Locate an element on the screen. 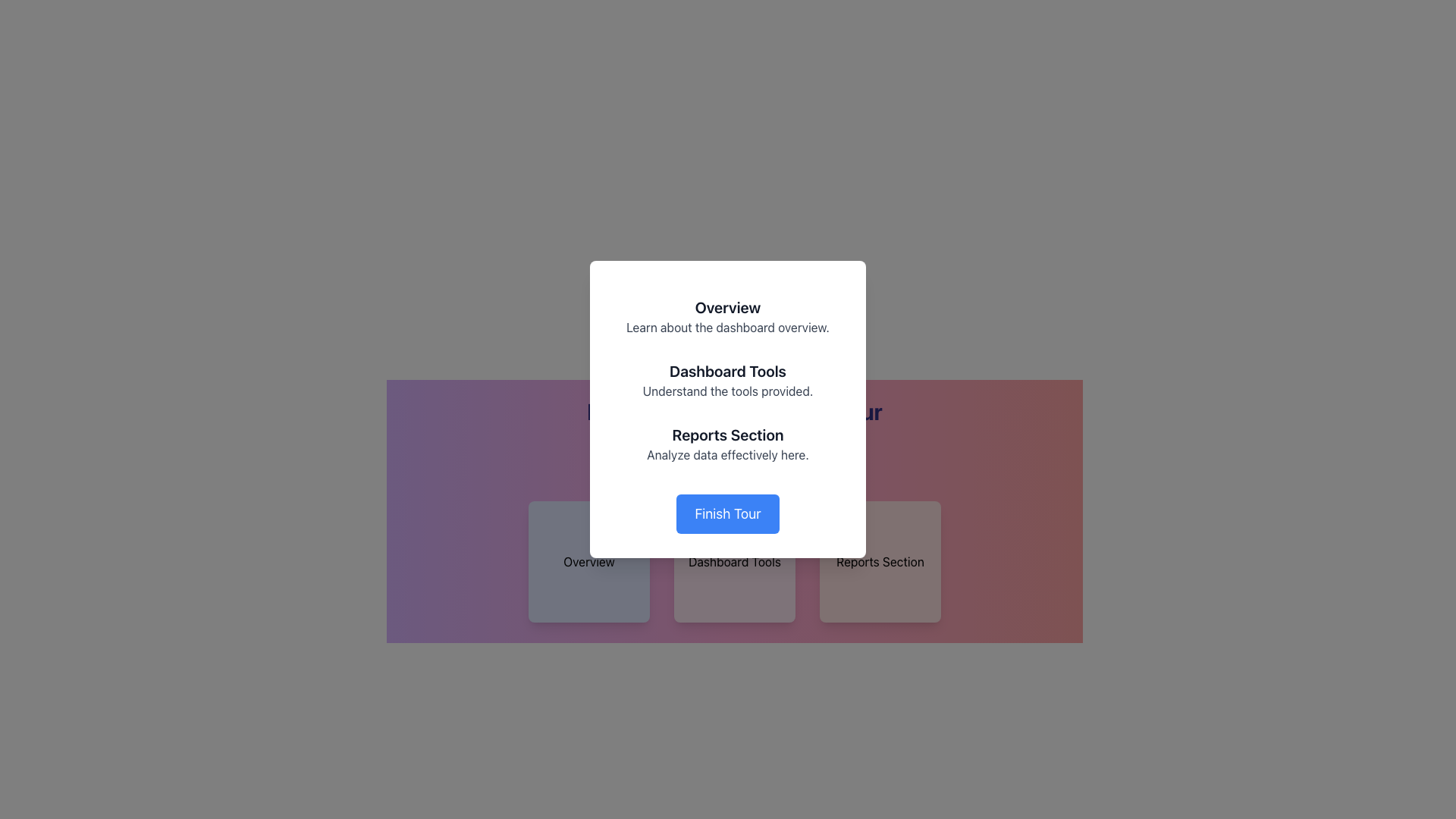 This screenshot has width=1456, height=819. the text label that serves as the title for the section, positioned at the top-center of the vertical list format above the text 'Understand the tools provided.' is located at coordinates (728, 371).